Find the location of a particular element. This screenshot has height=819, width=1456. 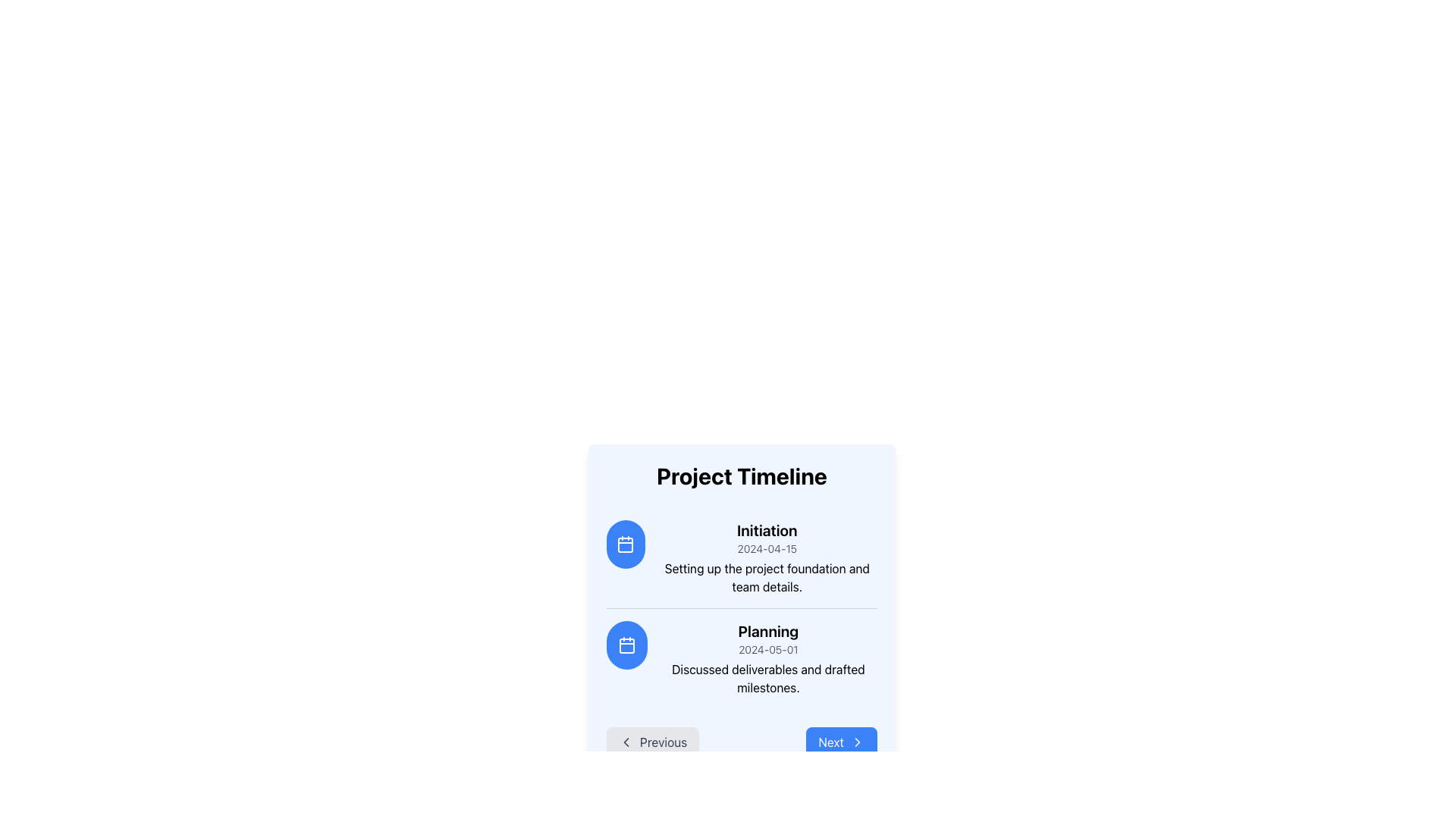

the navigation button located at the bottom-left of its section to observe hover effects is located at coordinates (653, 742).